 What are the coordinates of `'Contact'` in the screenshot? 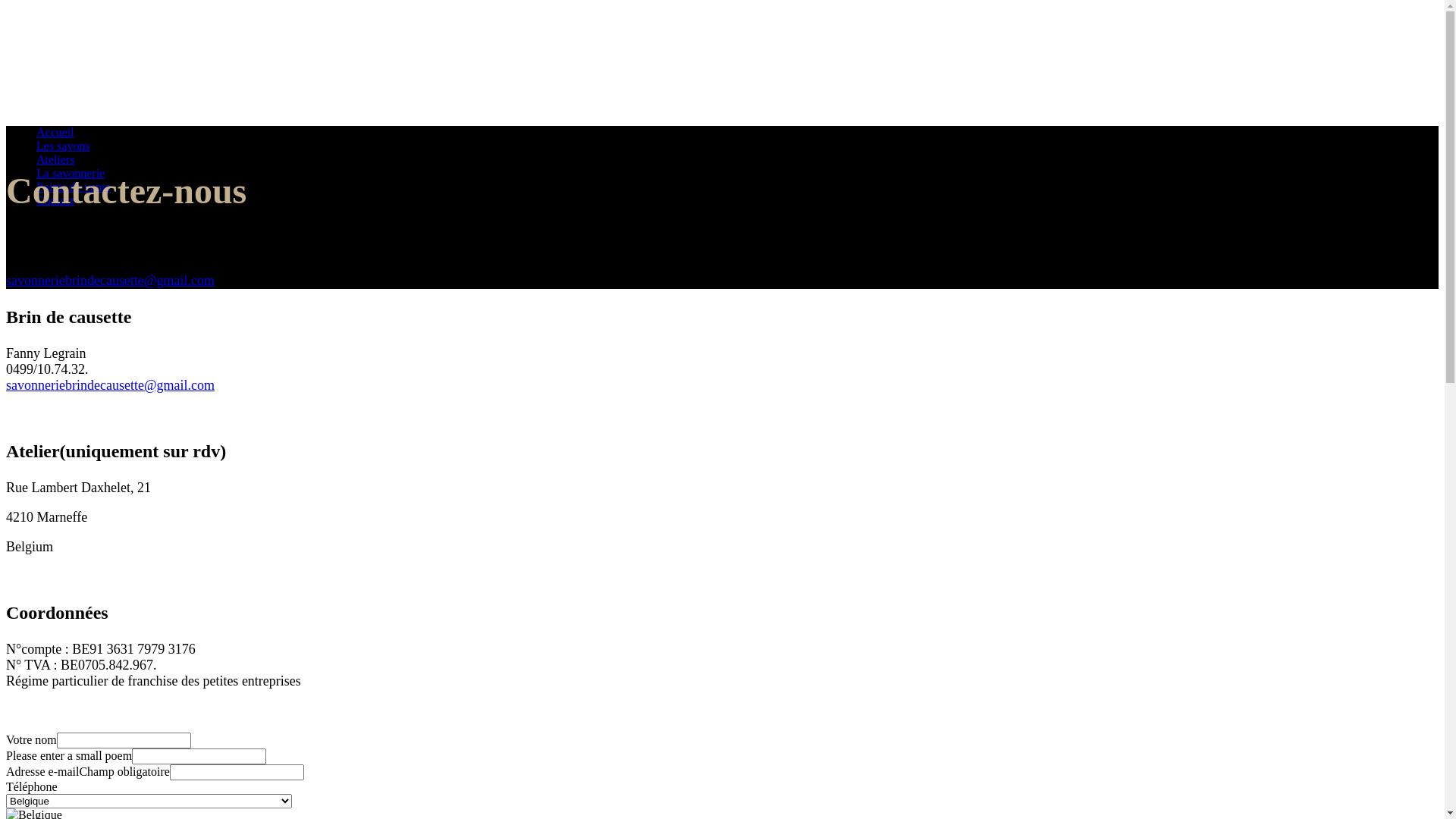 It's located at (55, 199).